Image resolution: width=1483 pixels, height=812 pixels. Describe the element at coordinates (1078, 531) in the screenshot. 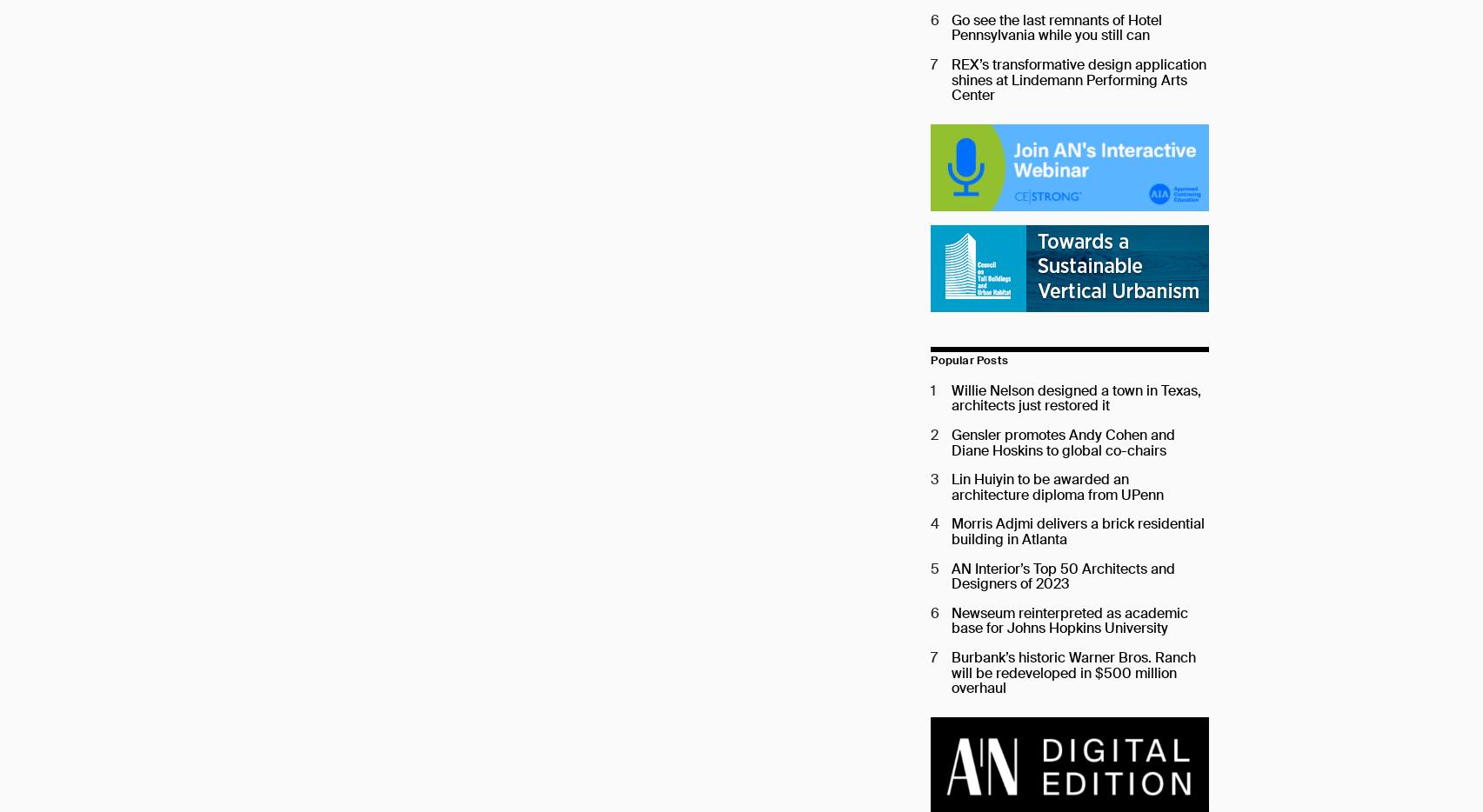

I see `'Morris Adjmi delivers a brick residential building in Atlanta'` at that location.